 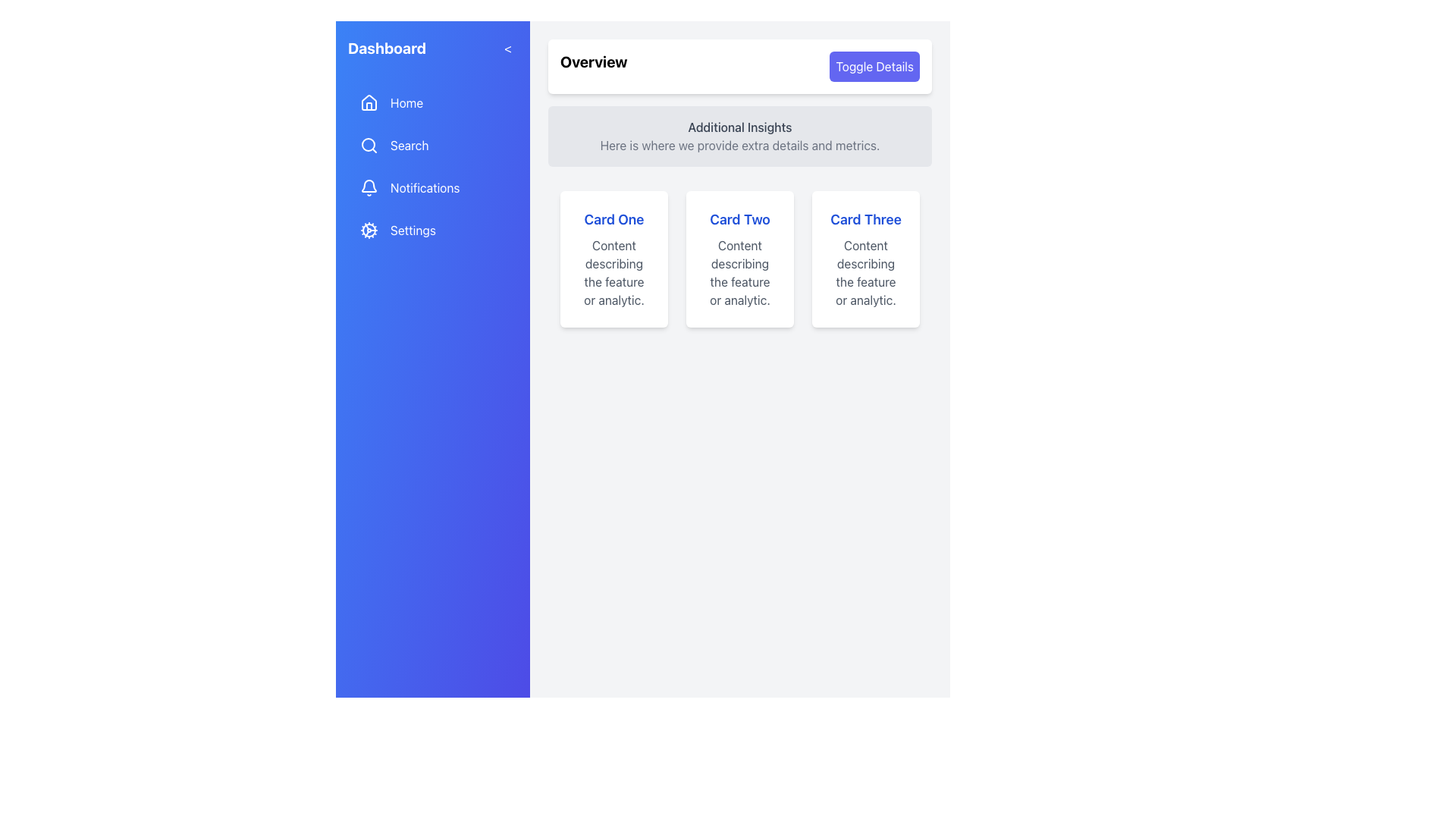 I want to click on descriptive text block located within the white card labeled 'Card Three', positioned below the title and centrally aligned, so click(x=866, y=271).